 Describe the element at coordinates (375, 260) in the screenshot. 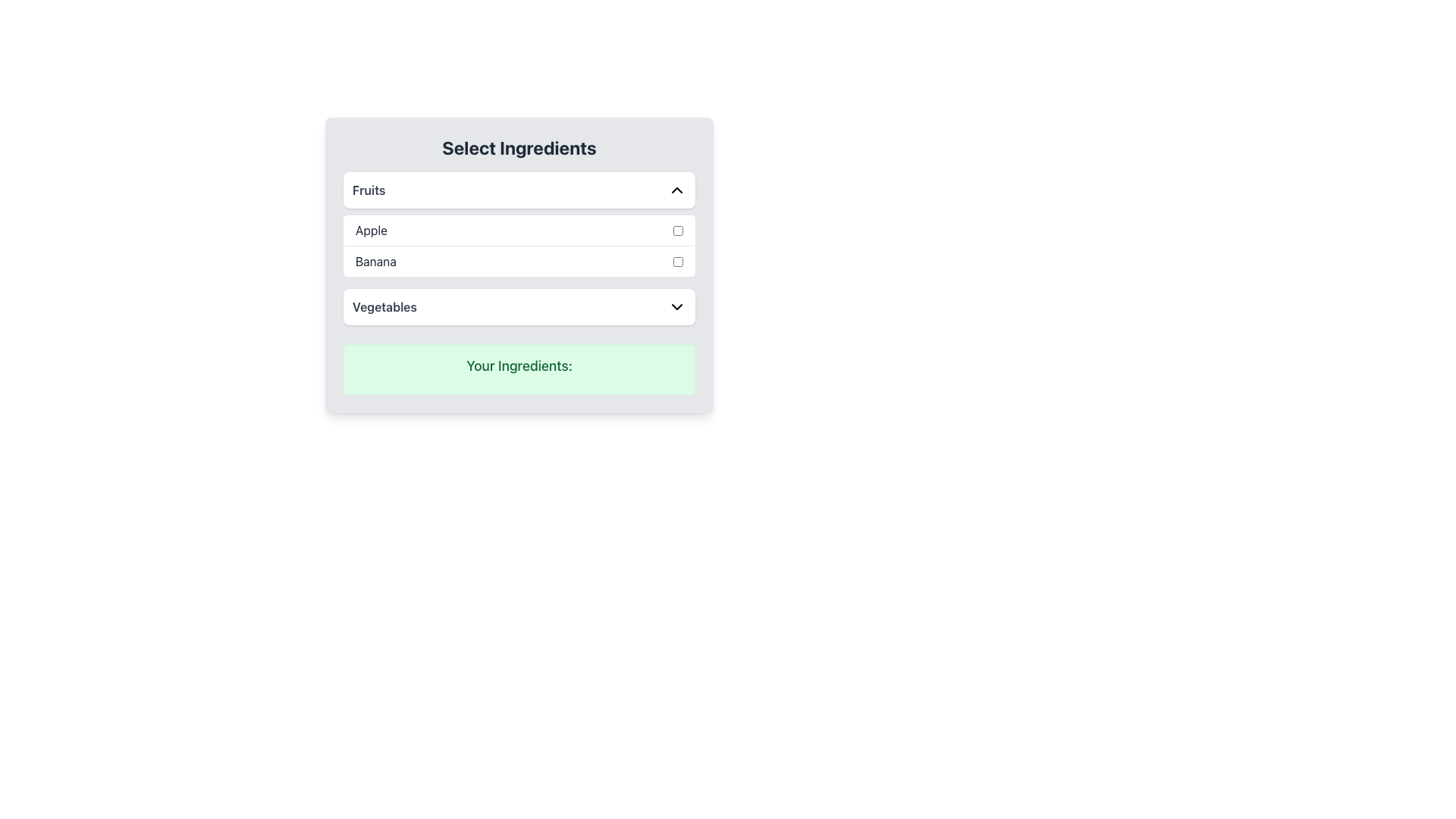

I see `the text label displaying the name 'Banana' within the selectable list under the 'Fruits' section` at that location.